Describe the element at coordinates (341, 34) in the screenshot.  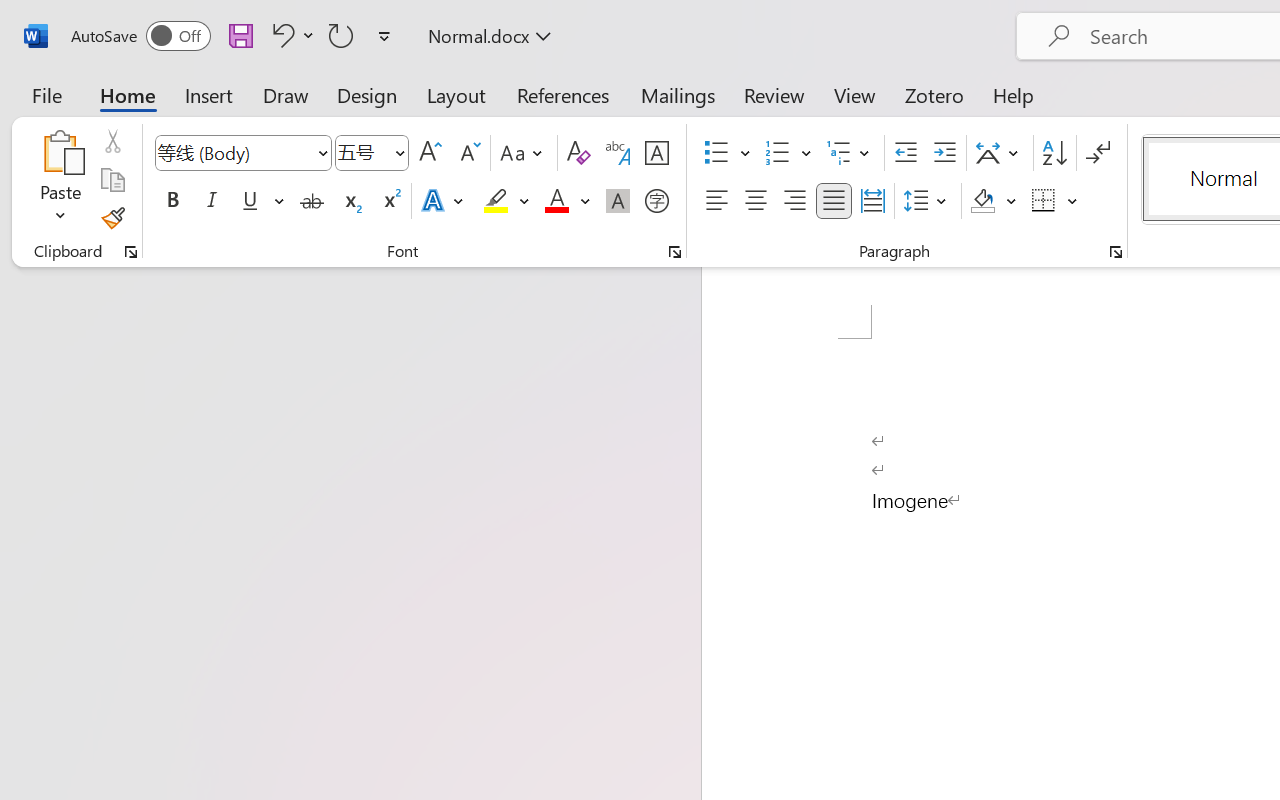
I see `'Repeat Style'` at that location.